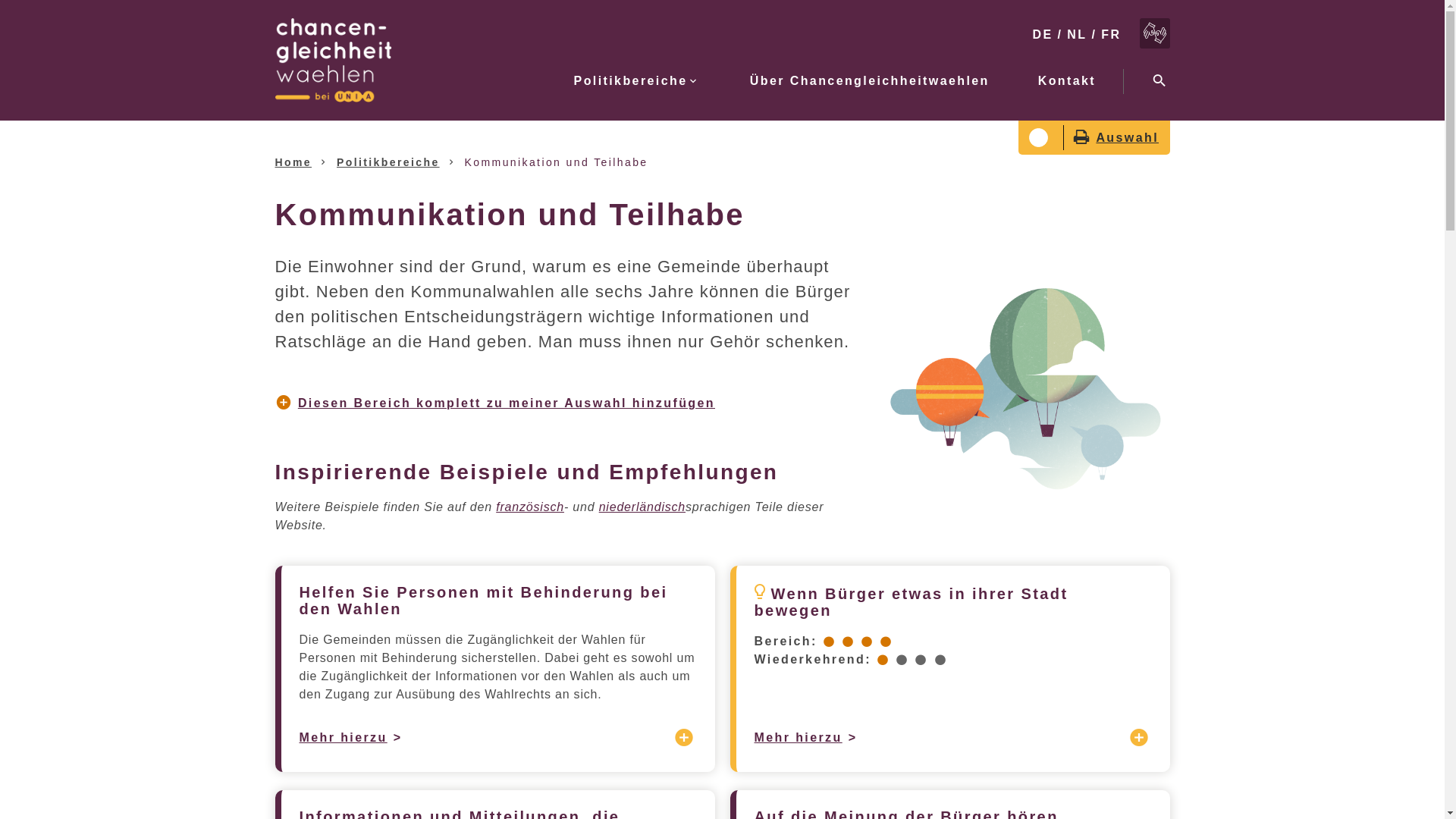 The image size is (1456, 819). I want to click on 'Kommunikation und Teilhabe', so click(556, 162).